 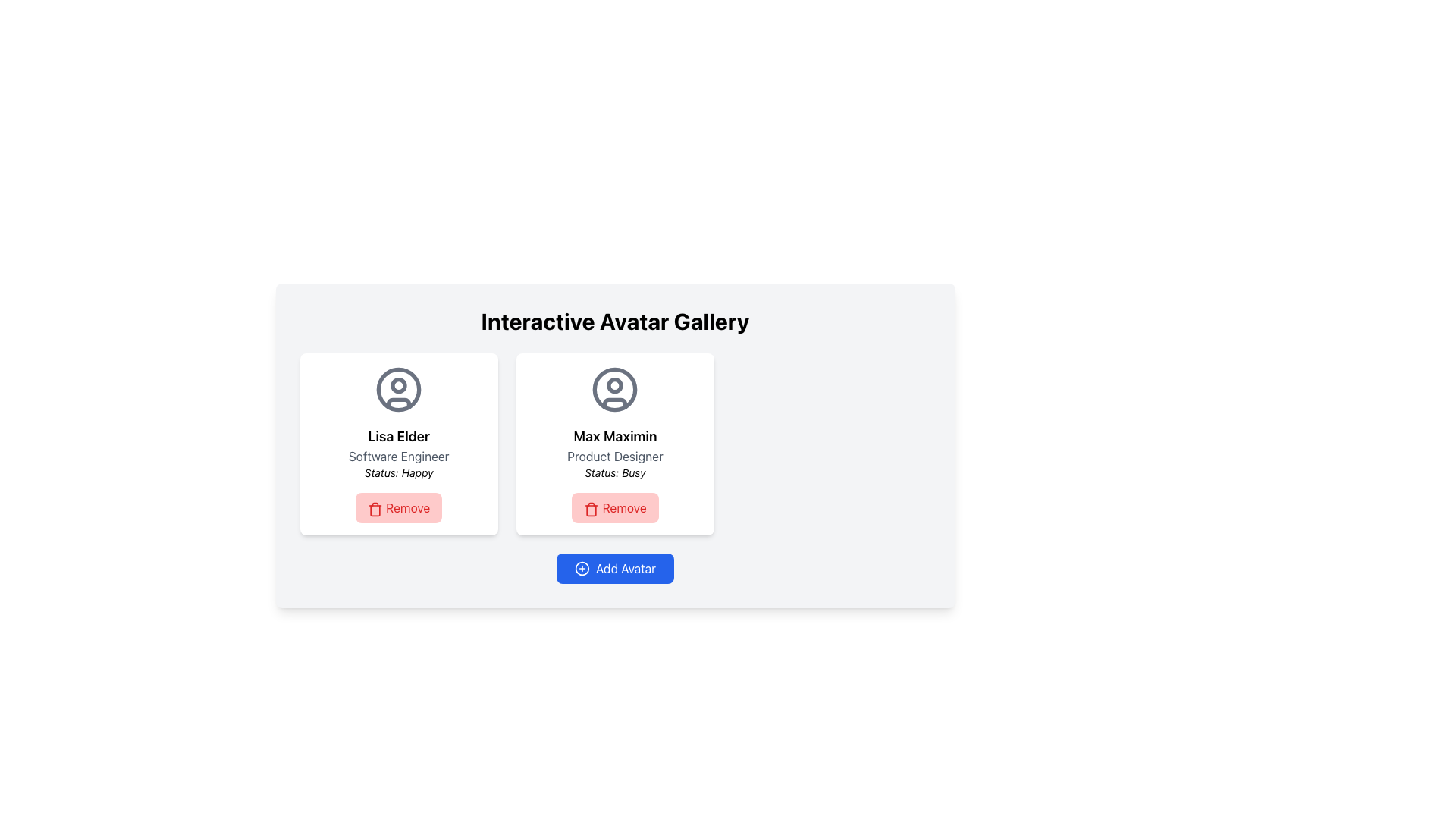 What do you see at coordinates (399, 444) in the screenshot?
I see `the user information card for 'Lisa Elder', which is the first card in a grid layout, centrally aligned within the interface` at bounding box center [399, 444].